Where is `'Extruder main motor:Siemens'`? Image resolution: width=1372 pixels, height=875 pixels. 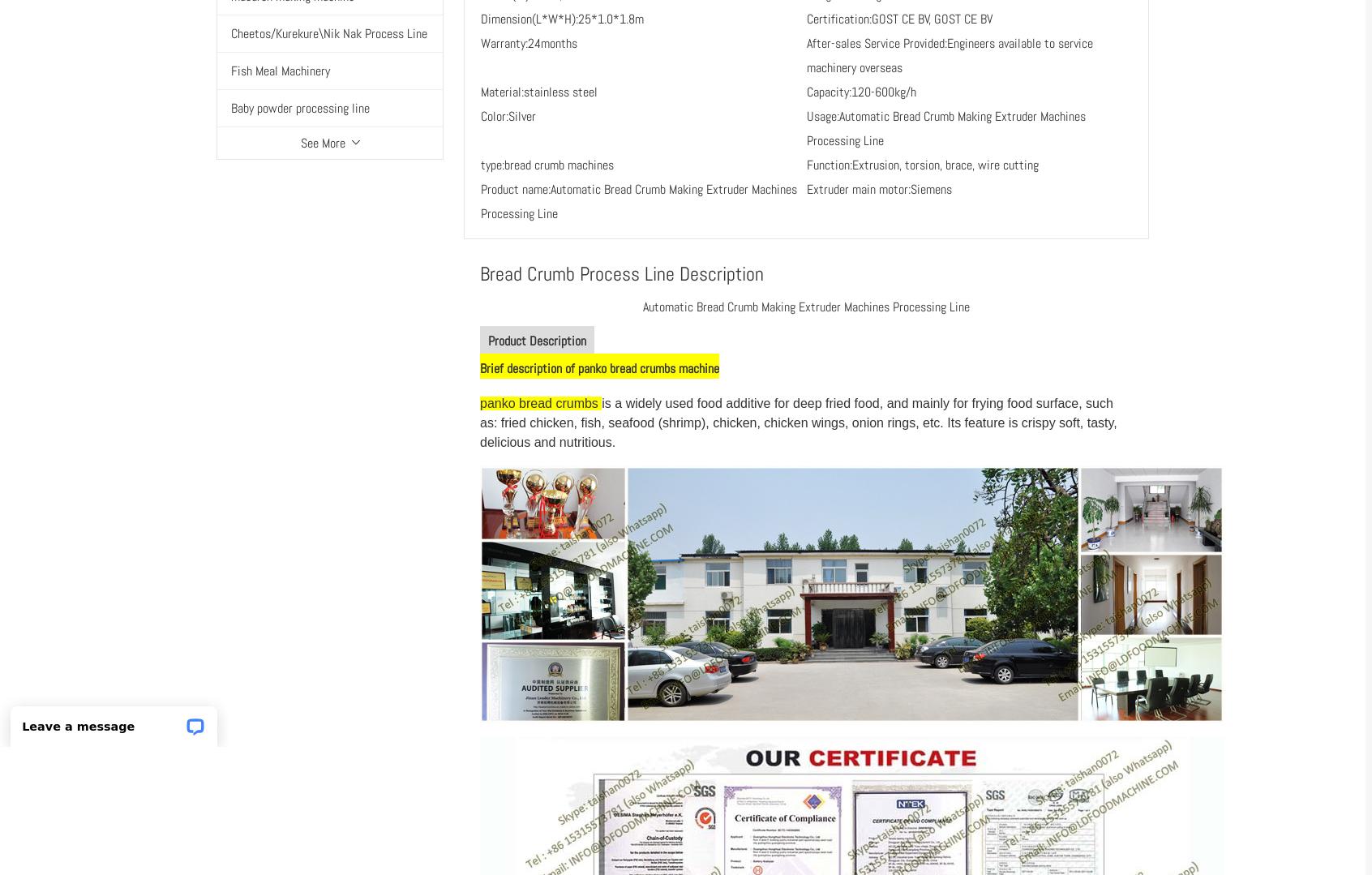
'Extruder main motor:Siemens' is located at coordinates (878, 187).